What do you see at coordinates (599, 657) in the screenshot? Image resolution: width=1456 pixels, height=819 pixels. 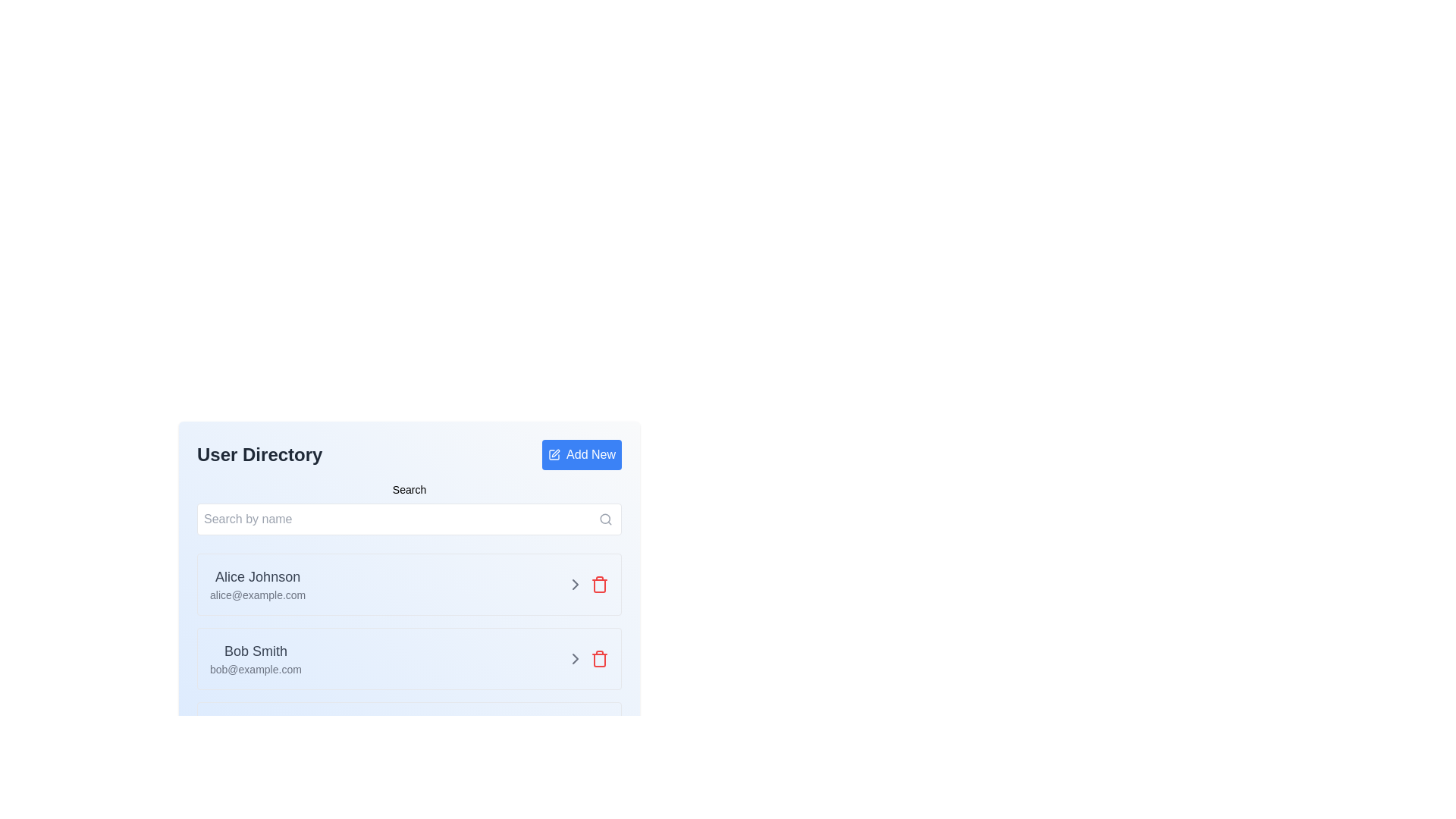 I see `the red-colored trash icon representing delete functionality, located to the far-right of the second user entry in the user directory interface` at bounding box center [599, 657].